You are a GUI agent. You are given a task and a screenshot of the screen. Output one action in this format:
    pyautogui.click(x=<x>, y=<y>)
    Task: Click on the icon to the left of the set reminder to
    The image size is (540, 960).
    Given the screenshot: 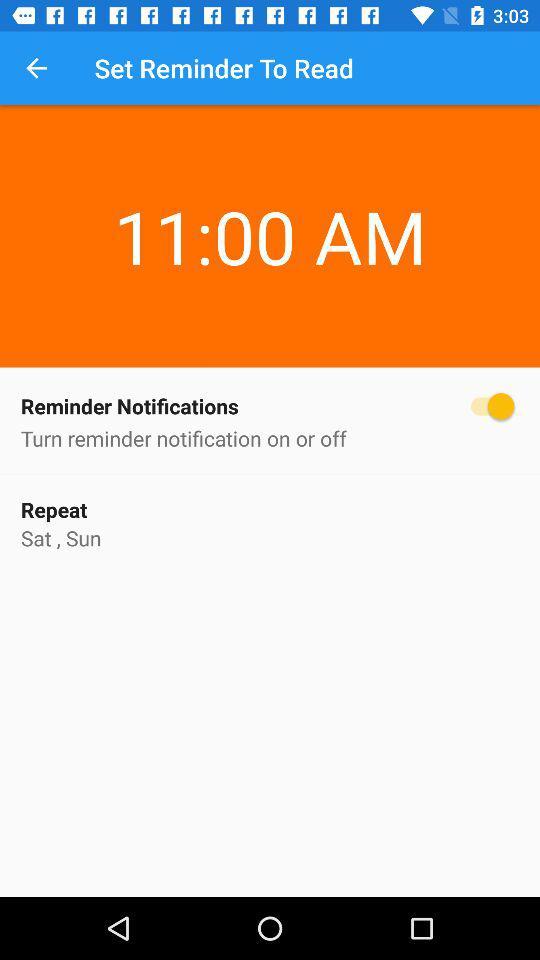 What is the action you would take?
    pyautogui.click(x=36, y=68)
    